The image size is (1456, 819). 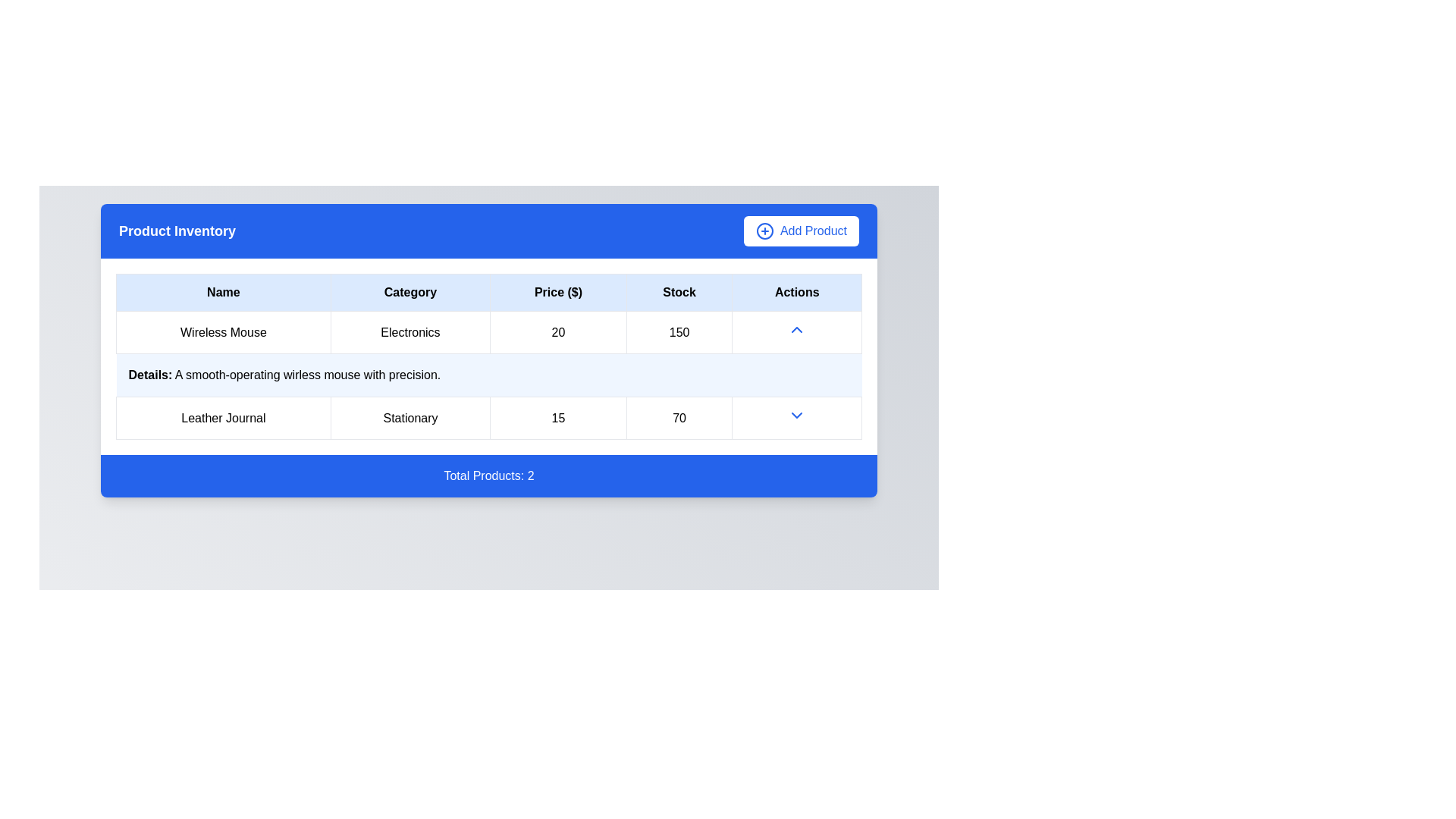 What do you see at coordinates (222, 331) in the screenshot?
I see `the name label for the product in the 'Product Inventory' section, which is located in the top-left cell of the table row, preceding the elements labeled 'Electronics', '20', '150'` at bounding box center [222, 331].